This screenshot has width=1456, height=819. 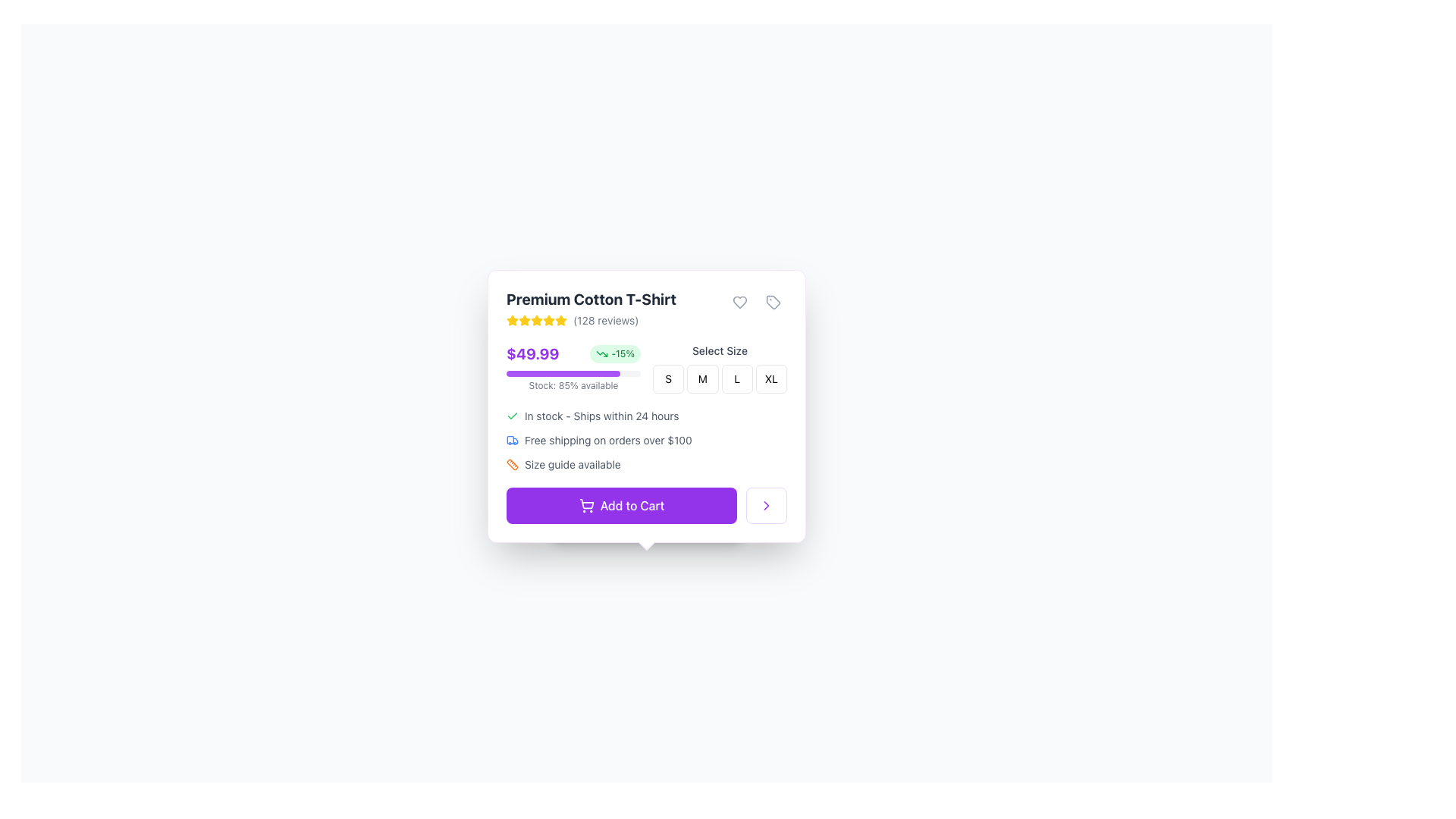 What do you see at coordinates (701, 378) in the screenshot?
I see `the square button labeled 'M' with a white background and rounded corners to observe the hover effect` at bounding box center [701, 378].